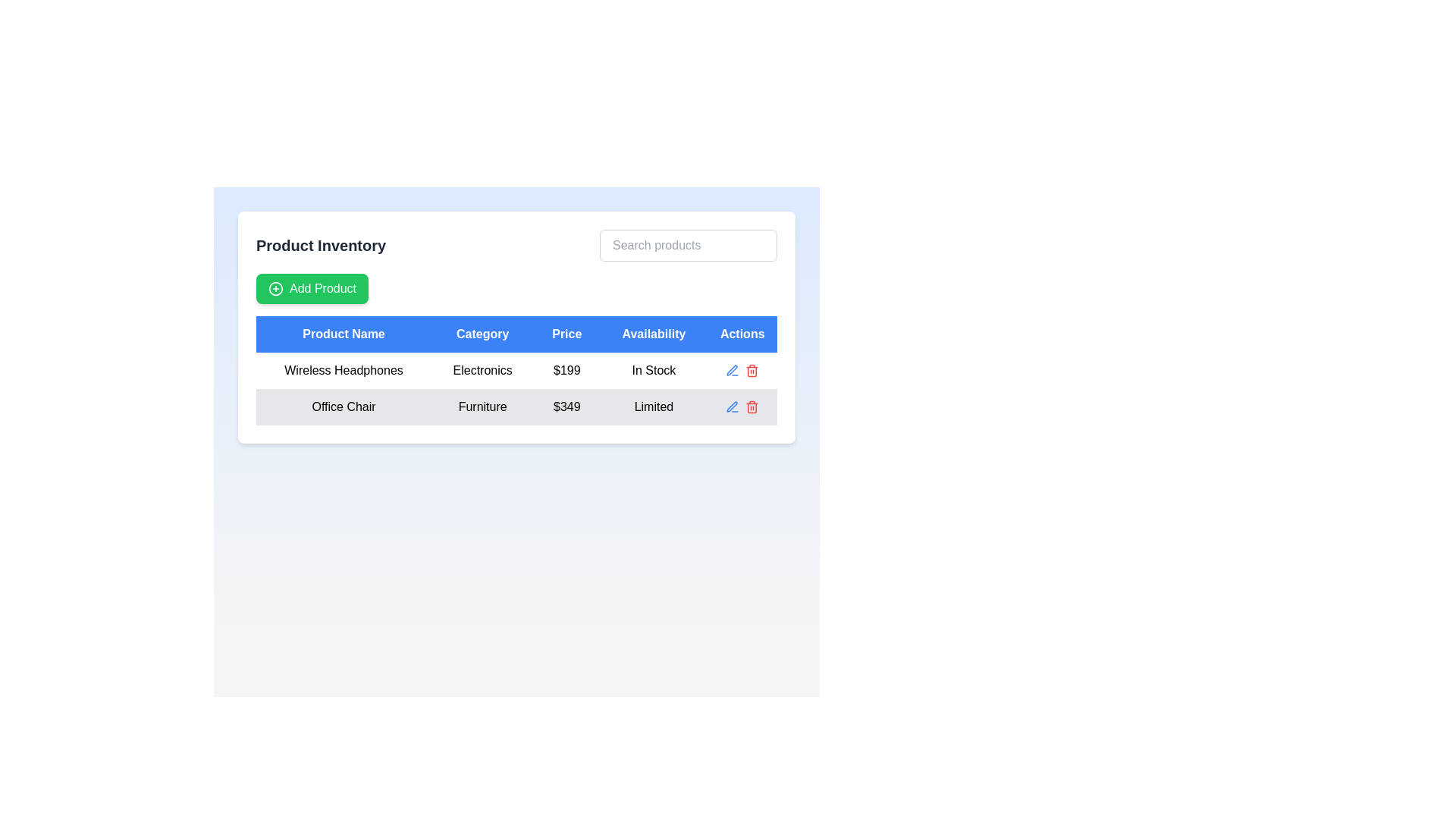 This screenshot has height=819, width=1456. What do you see at coordinates (752, 406) in the screenshot?
I see `the delete icon in the 'Actions' column for the 'Office Chair' entry` at bounding box center [752, 406].